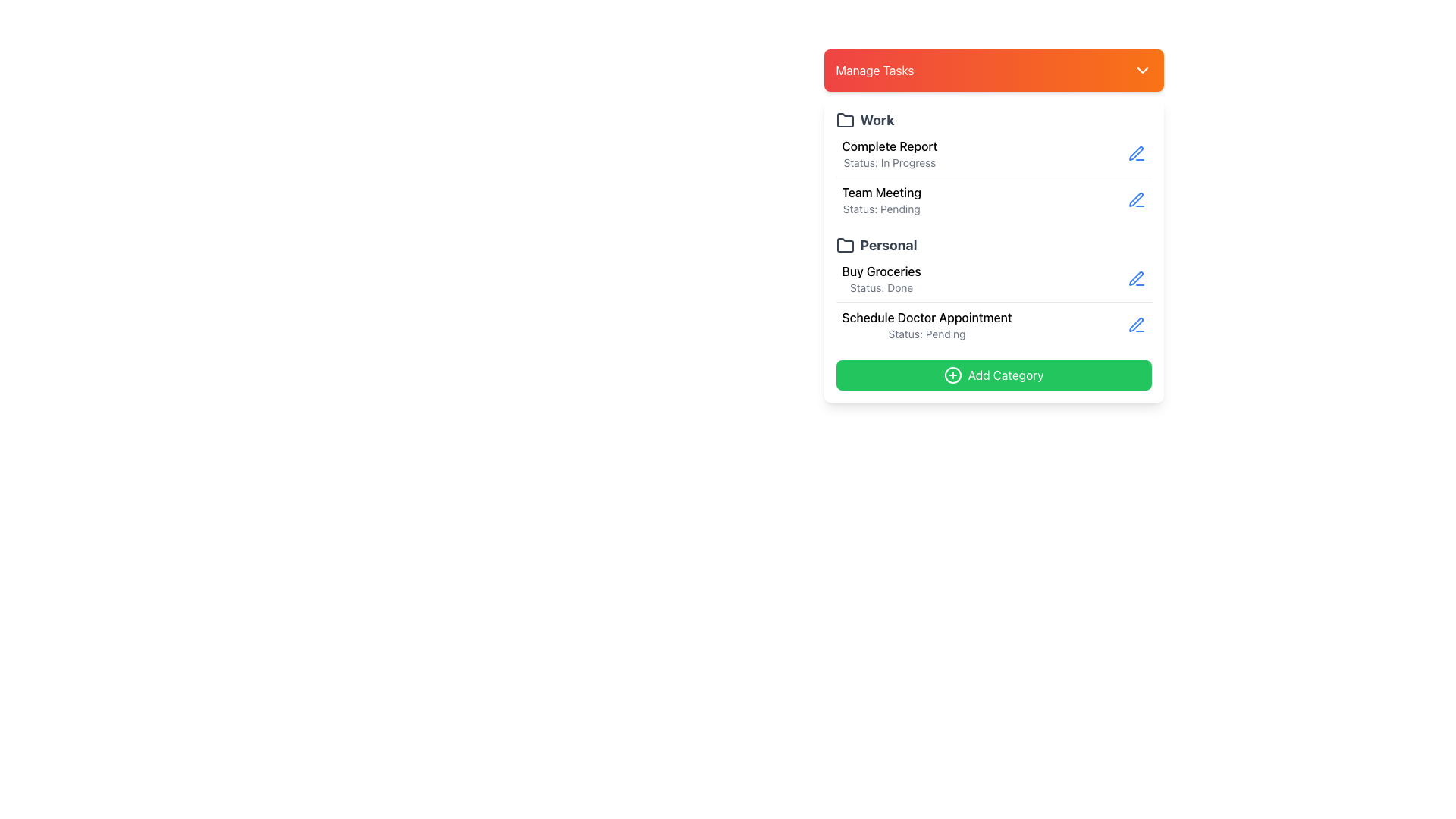 The height and width of the screenshot is (819, 1456). Describe the element at coordinates (952, 375) in the screenshot. I see `the central circle of the plus icon within the green 'Add Category' button at the bottom of the task manager card` at that location.